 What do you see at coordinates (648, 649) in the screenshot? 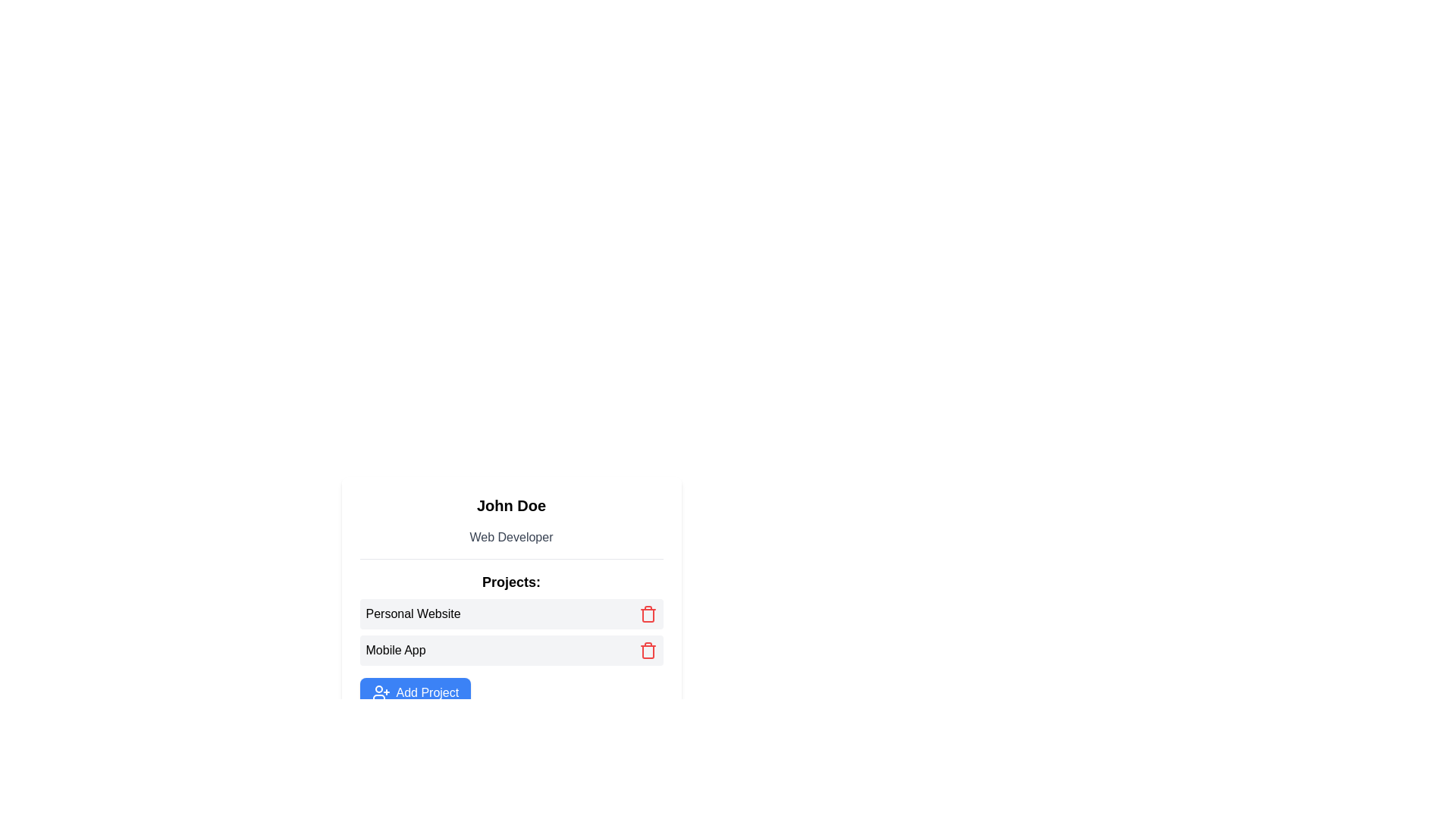
I see `the delete button positioned to the far right of the 'Mobile App' entry` at bounding box center [648, 649].